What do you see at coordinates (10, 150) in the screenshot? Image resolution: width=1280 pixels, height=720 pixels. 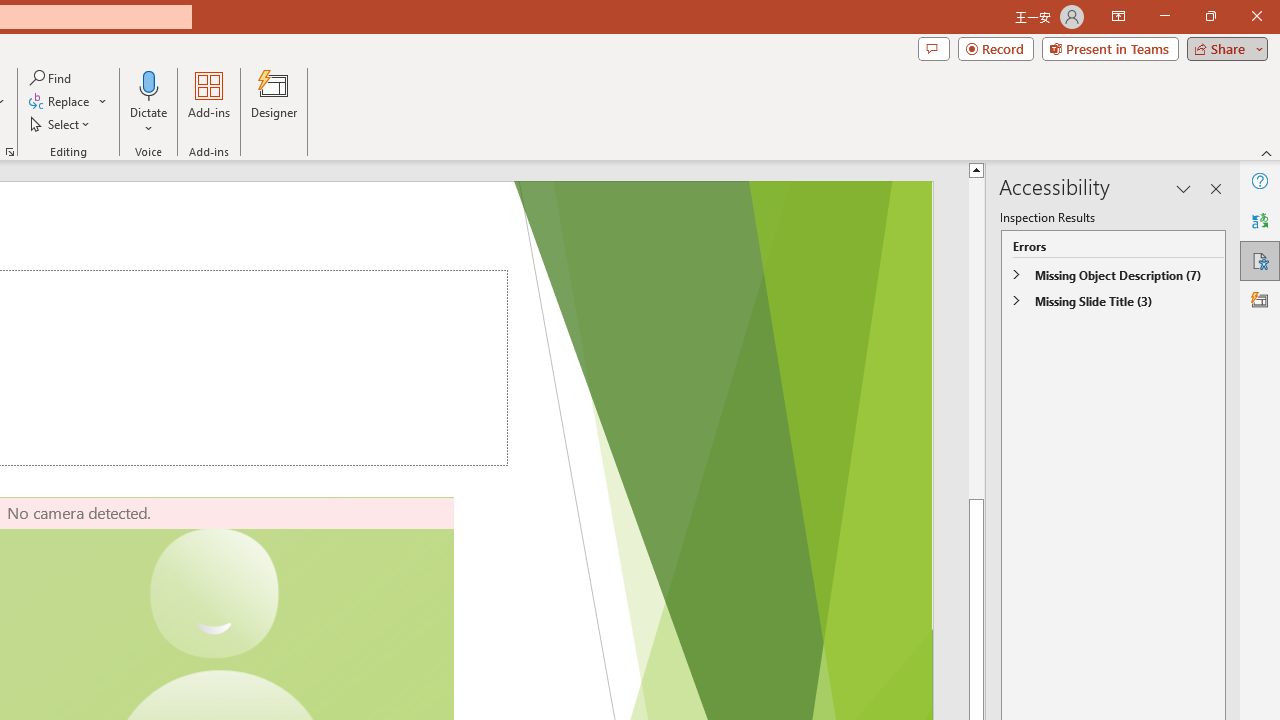 I see `'Format Object...'` at bounding box center [10, 150].